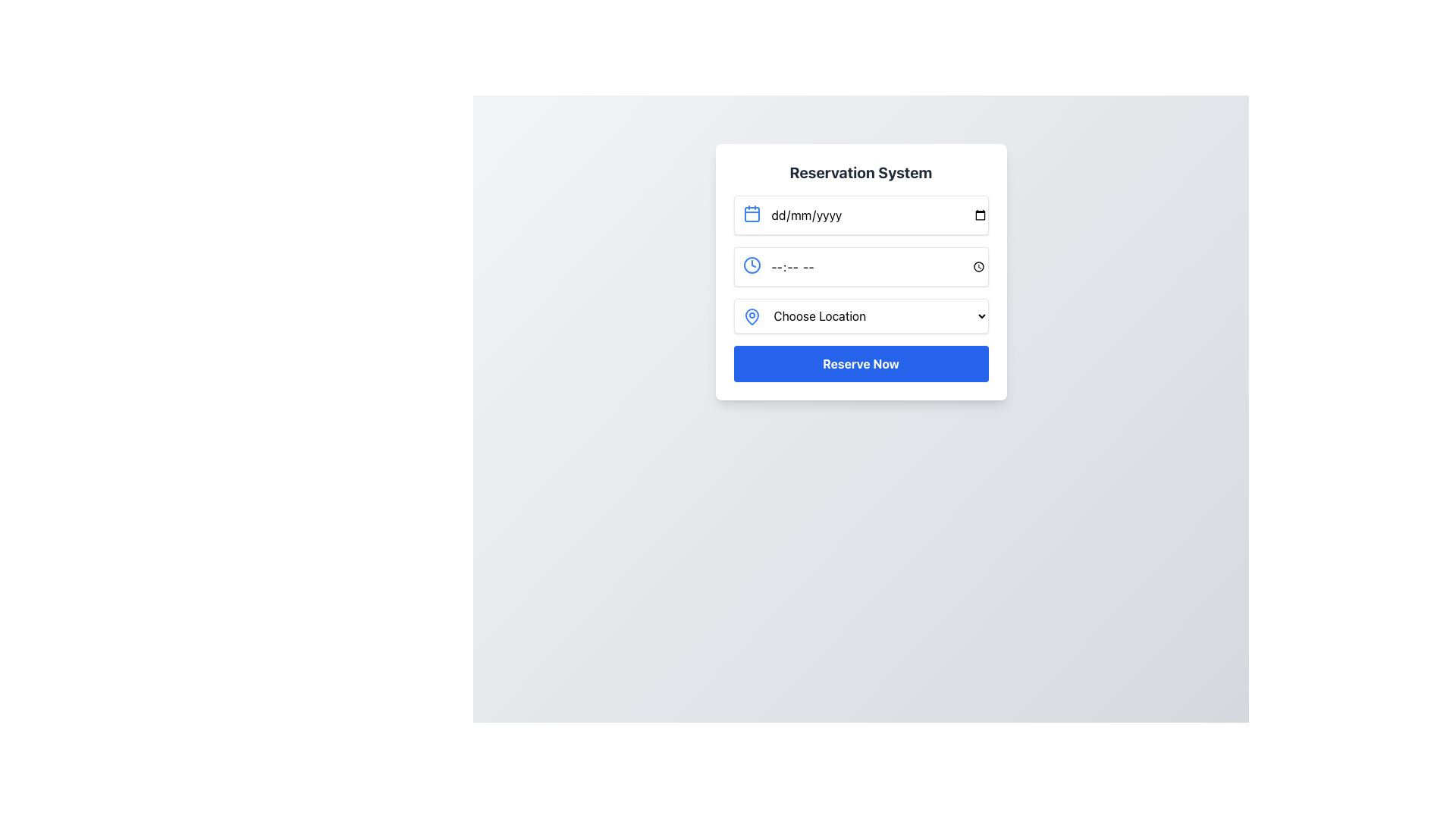 This screenshot has height=819, width=1456. I want to click on the second input field for time input within the reservation system card, so click(861, 271).